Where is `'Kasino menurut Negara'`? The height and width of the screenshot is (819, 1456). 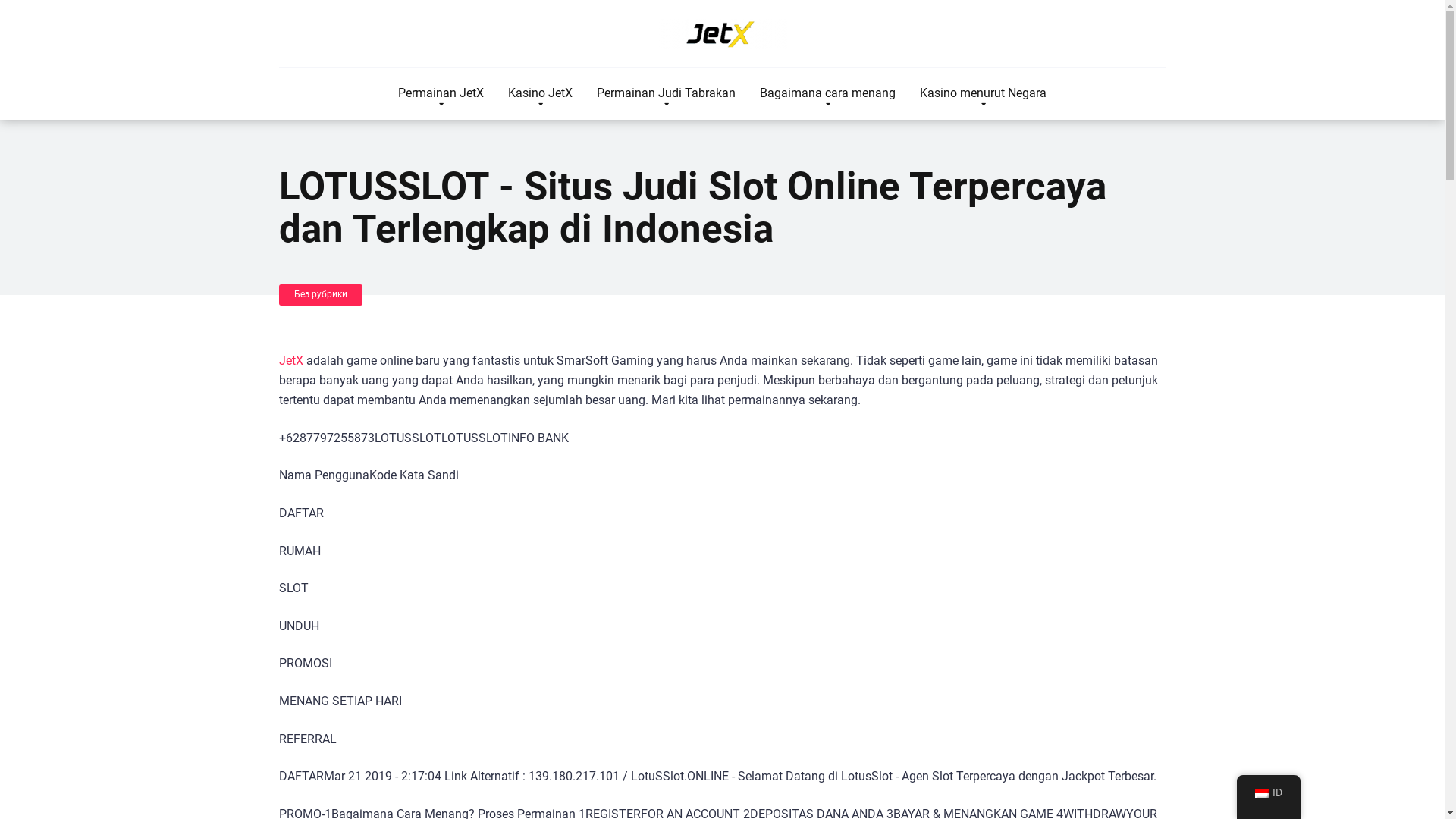 'Kasino menurut Negara' is located at coordinates (983, 93).